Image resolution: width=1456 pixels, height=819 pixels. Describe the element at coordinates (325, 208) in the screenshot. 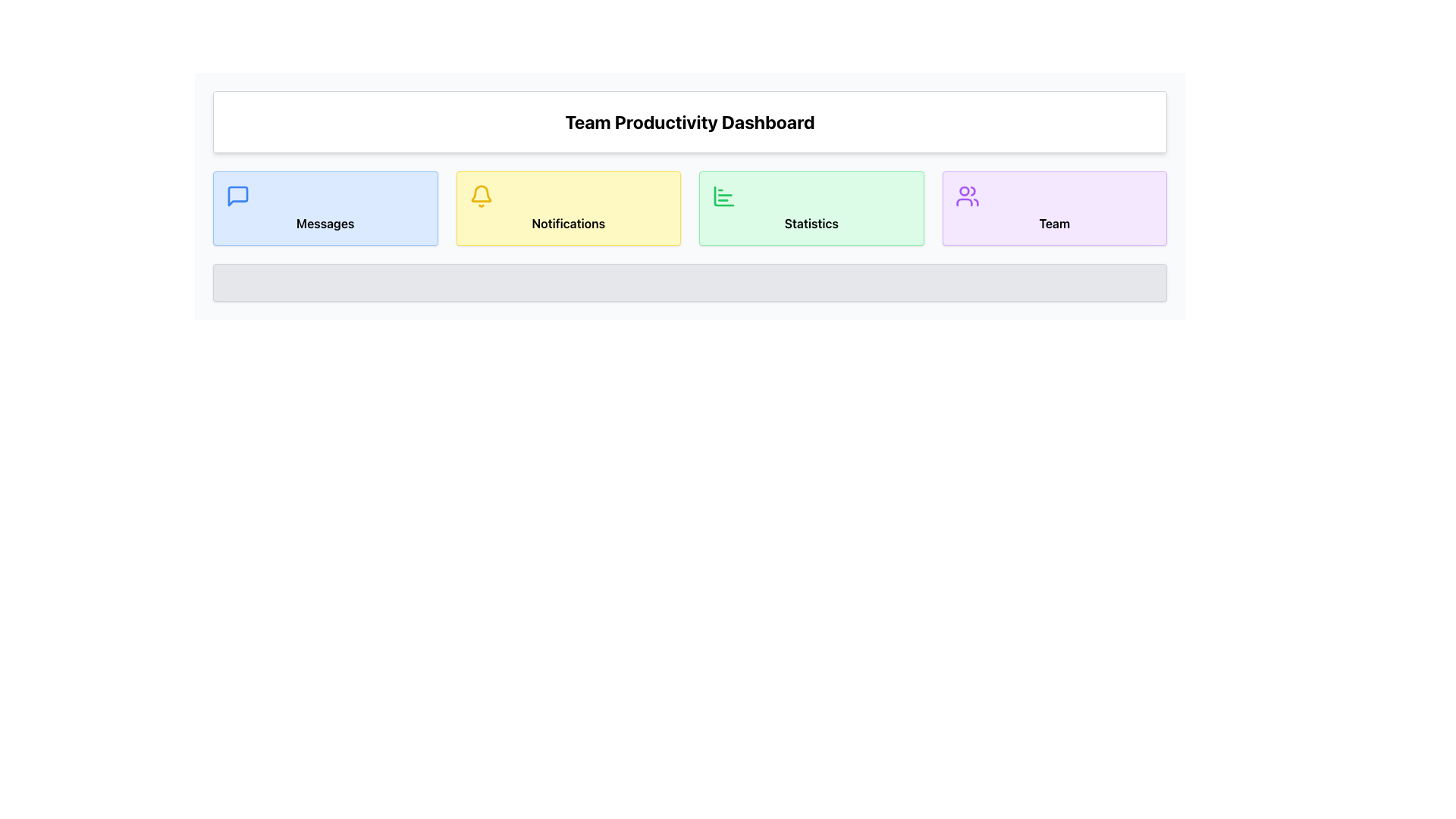

I see `the 'Messages' button located in the first column of the second row of the grid layout` at that location.